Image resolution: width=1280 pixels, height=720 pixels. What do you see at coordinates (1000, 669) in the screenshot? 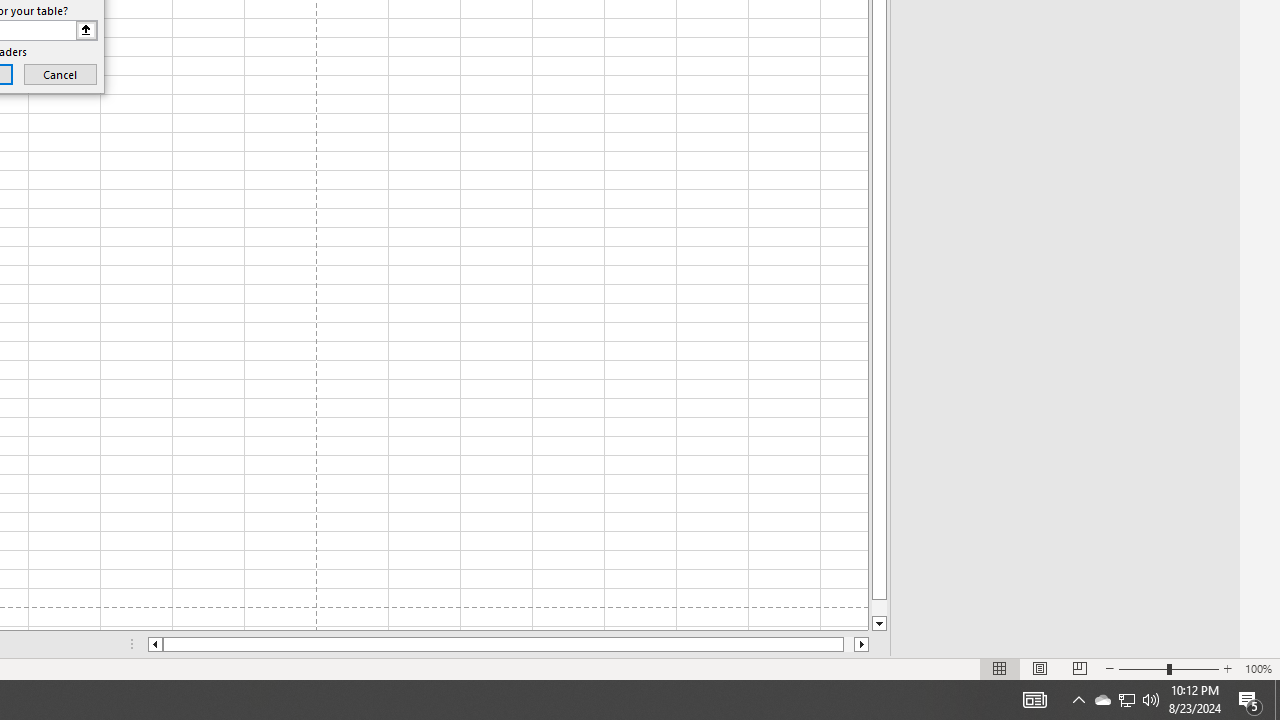
I see `'Normal'` at bounding box center [1000, 669].